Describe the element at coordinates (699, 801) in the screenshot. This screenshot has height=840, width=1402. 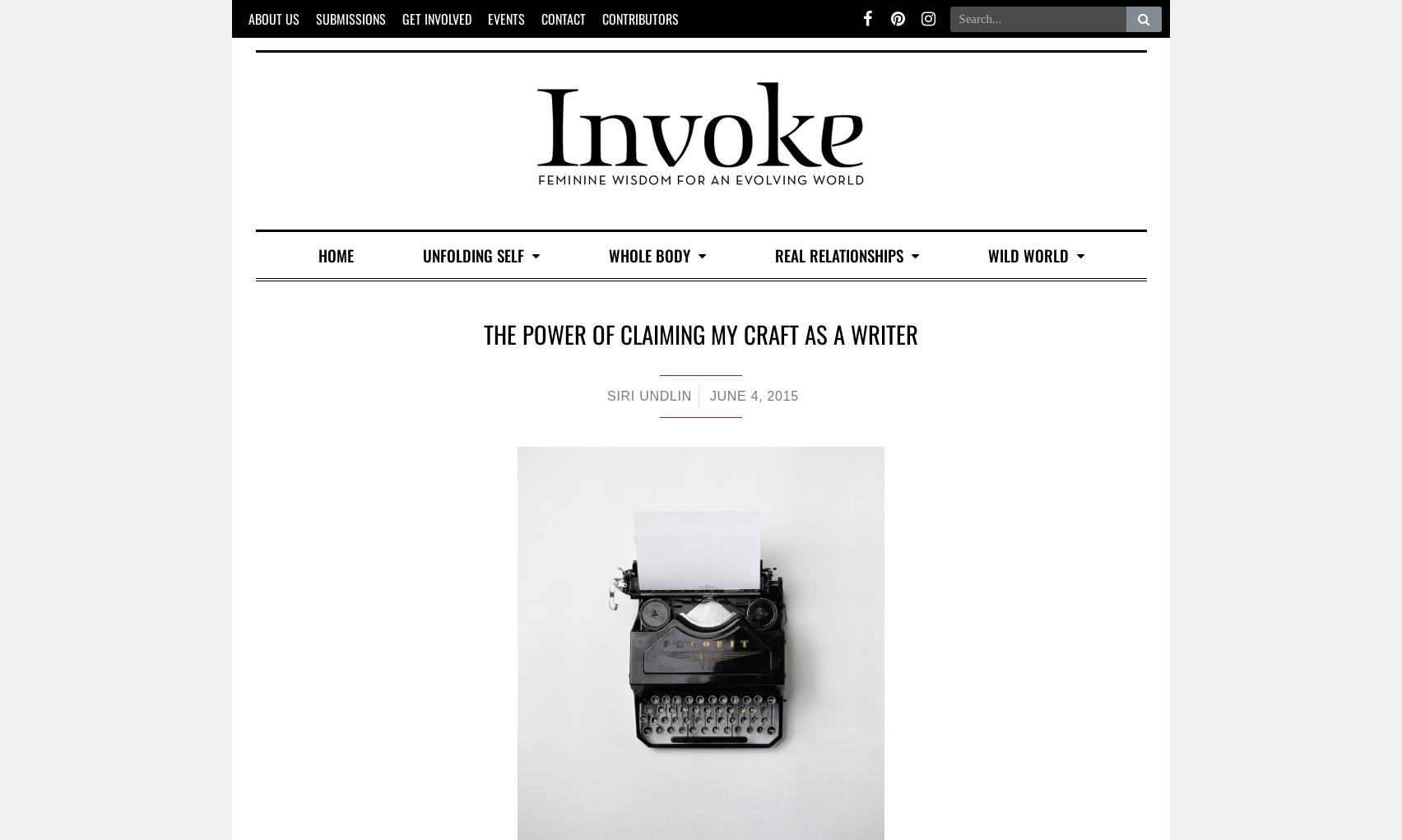
I see `'Subscribe to Invoke Magazine to receive more articles like this.'` at that location.